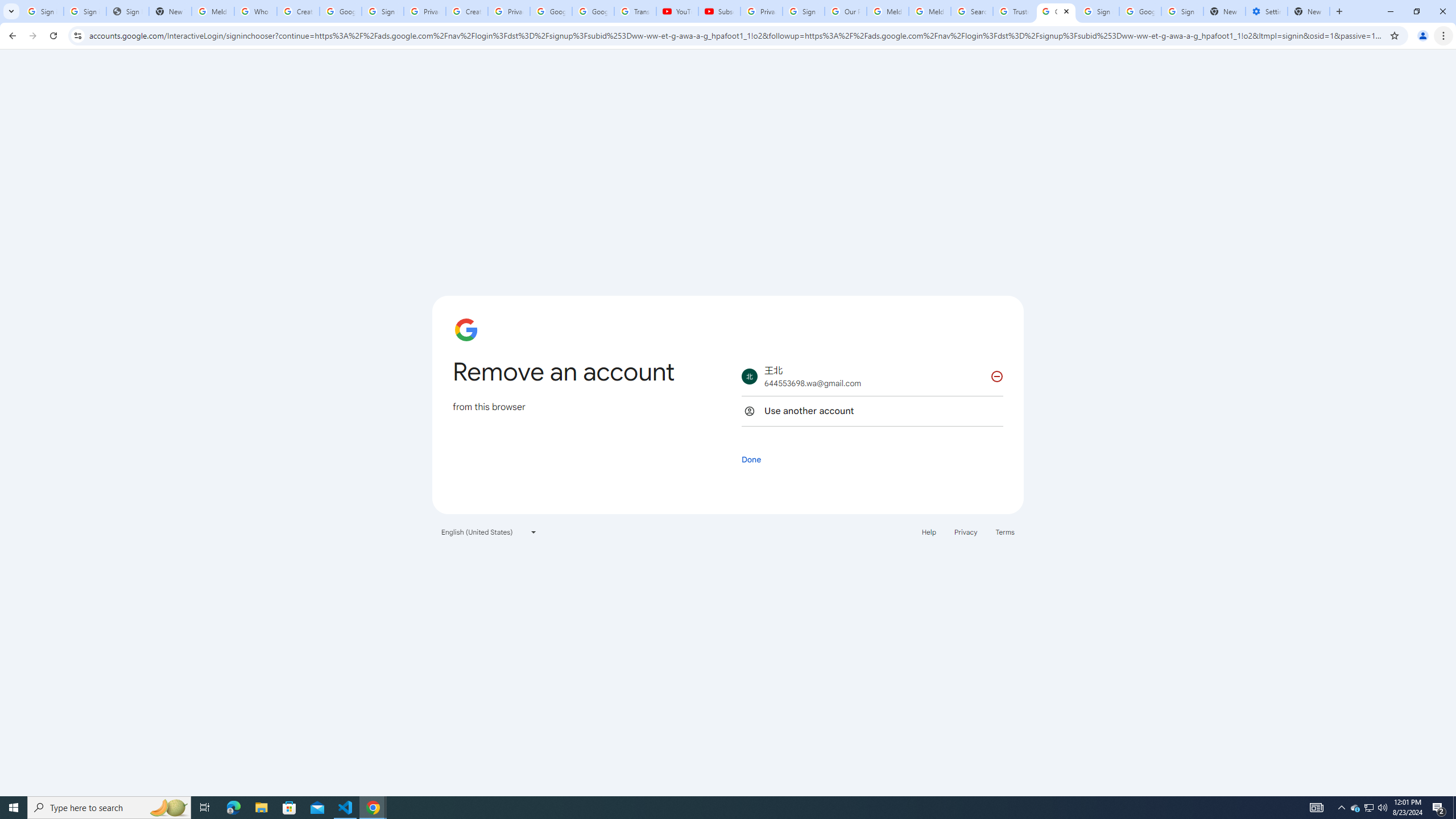  What do you see at coordinates (255, 11) in the screenshot?
I see `'Who is my administrator? - Google Account Help'` at bounding box center [255, 11].